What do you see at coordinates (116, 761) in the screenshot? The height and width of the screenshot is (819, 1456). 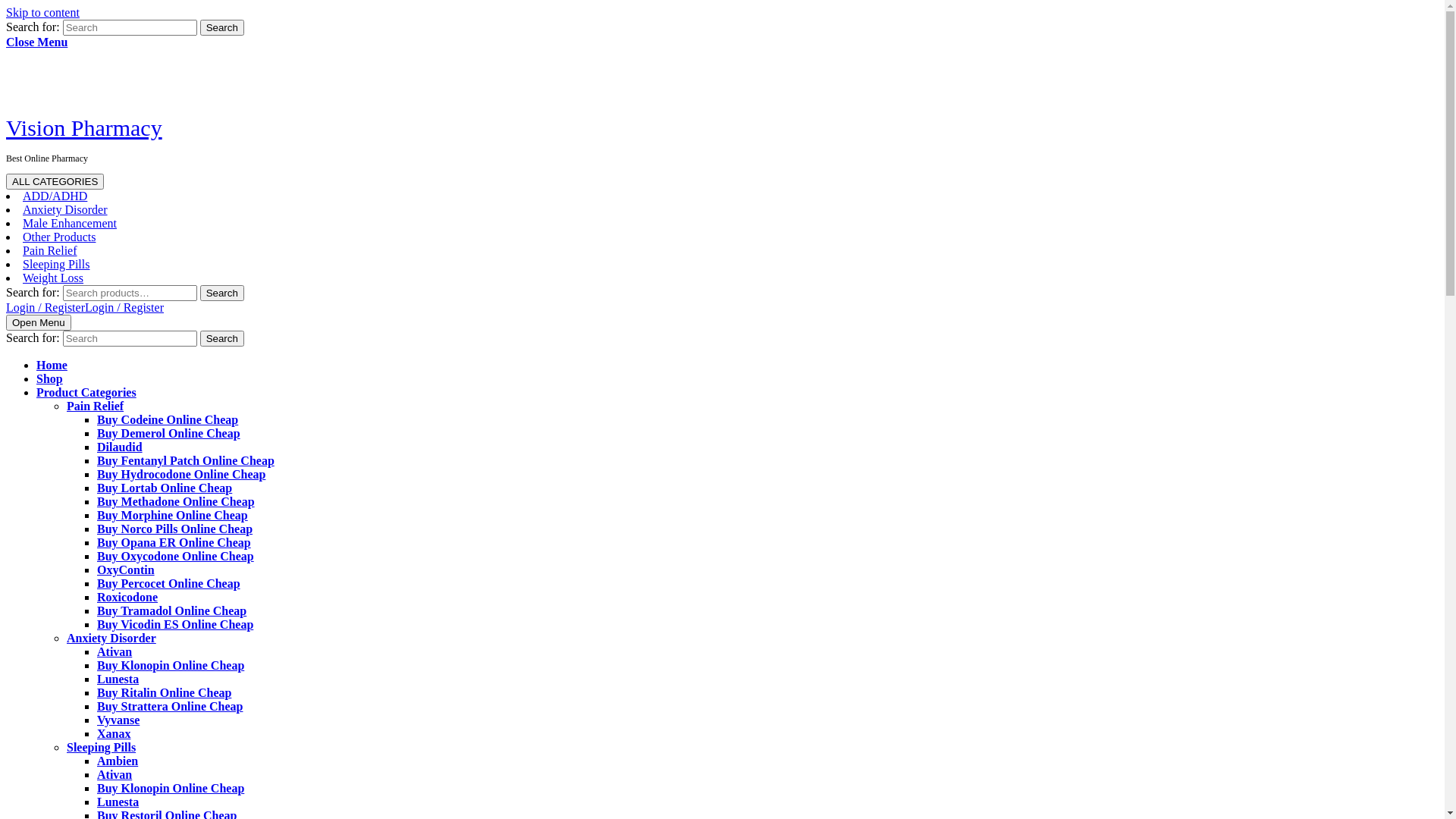 I see `'Ambien'` at bounding box center [116, 761].